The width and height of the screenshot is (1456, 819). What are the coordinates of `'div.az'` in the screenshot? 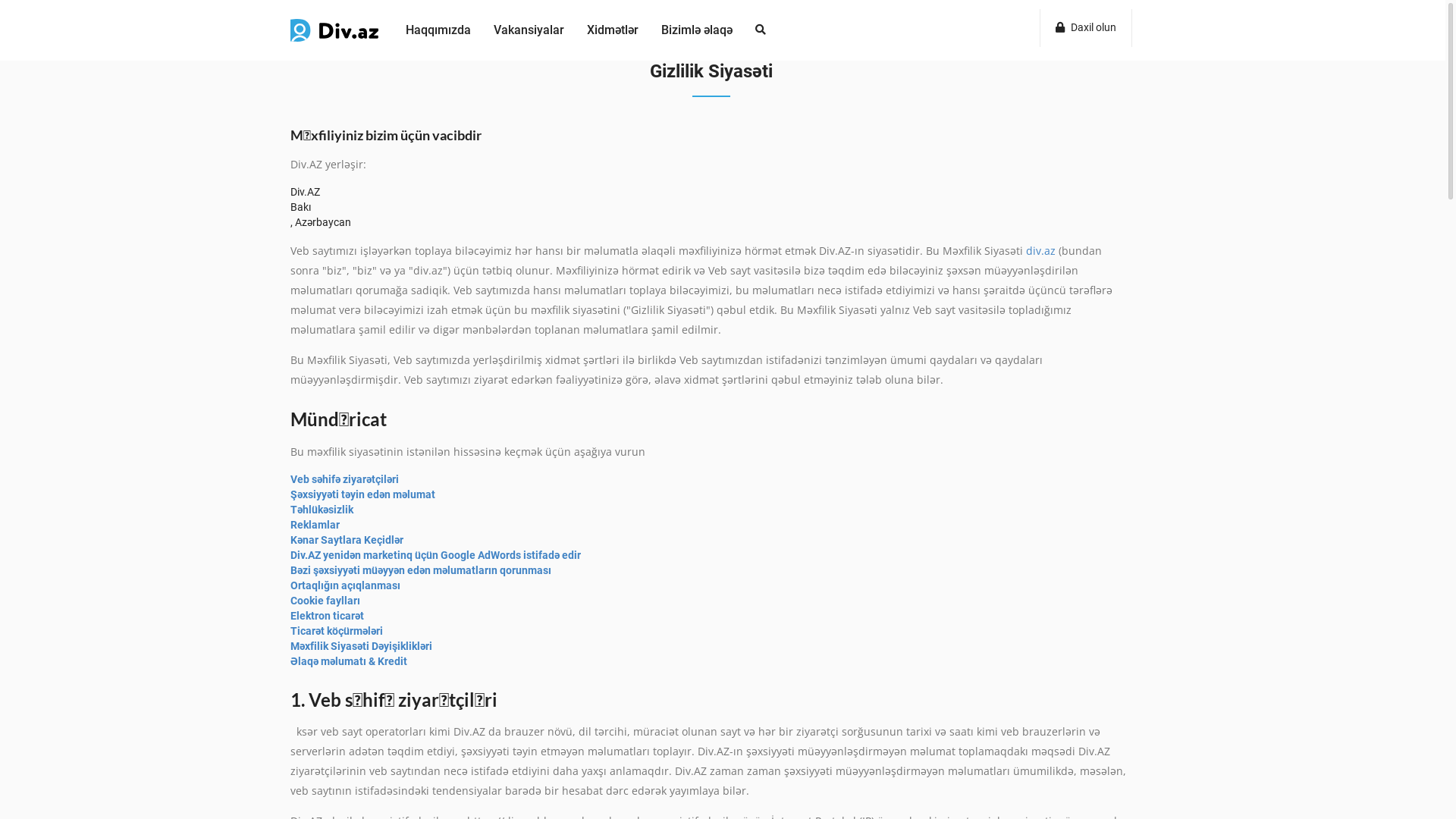 It's located at (1026, 249).